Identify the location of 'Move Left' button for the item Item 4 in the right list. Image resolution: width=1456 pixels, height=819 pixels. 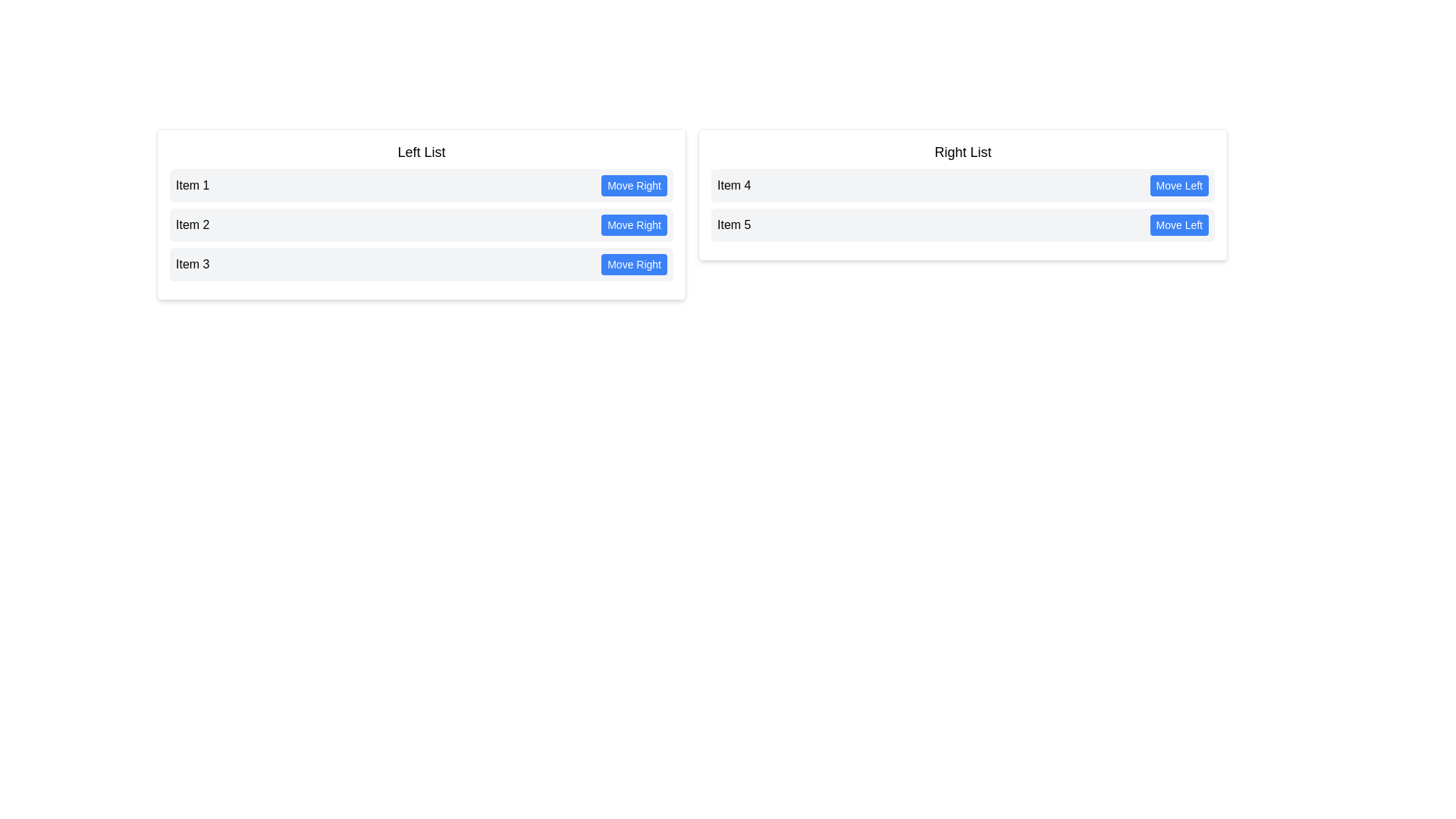
(1178, 185).